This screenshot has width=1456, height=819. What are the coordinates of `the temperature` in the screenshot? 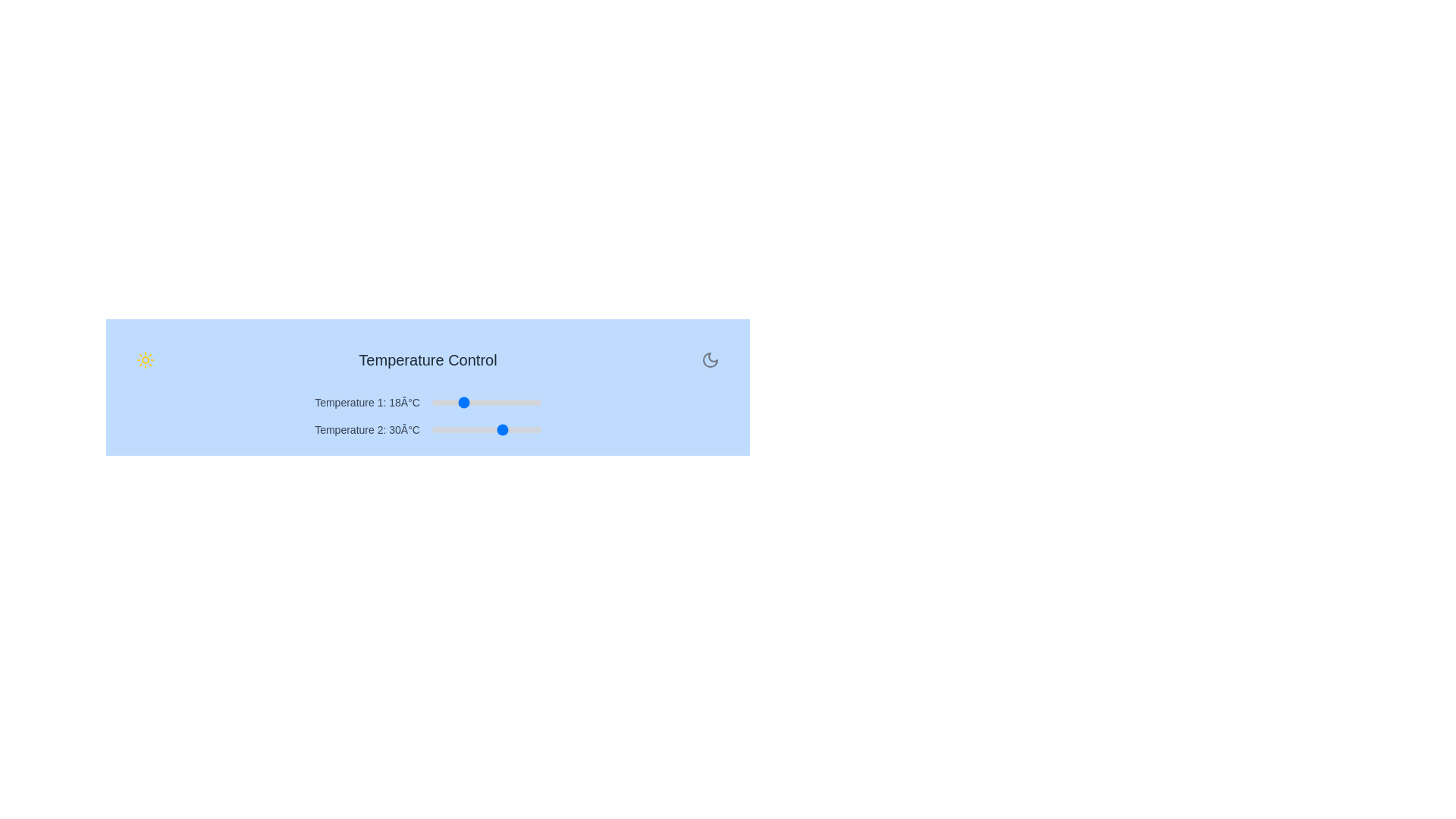 It's located at (534, 402).